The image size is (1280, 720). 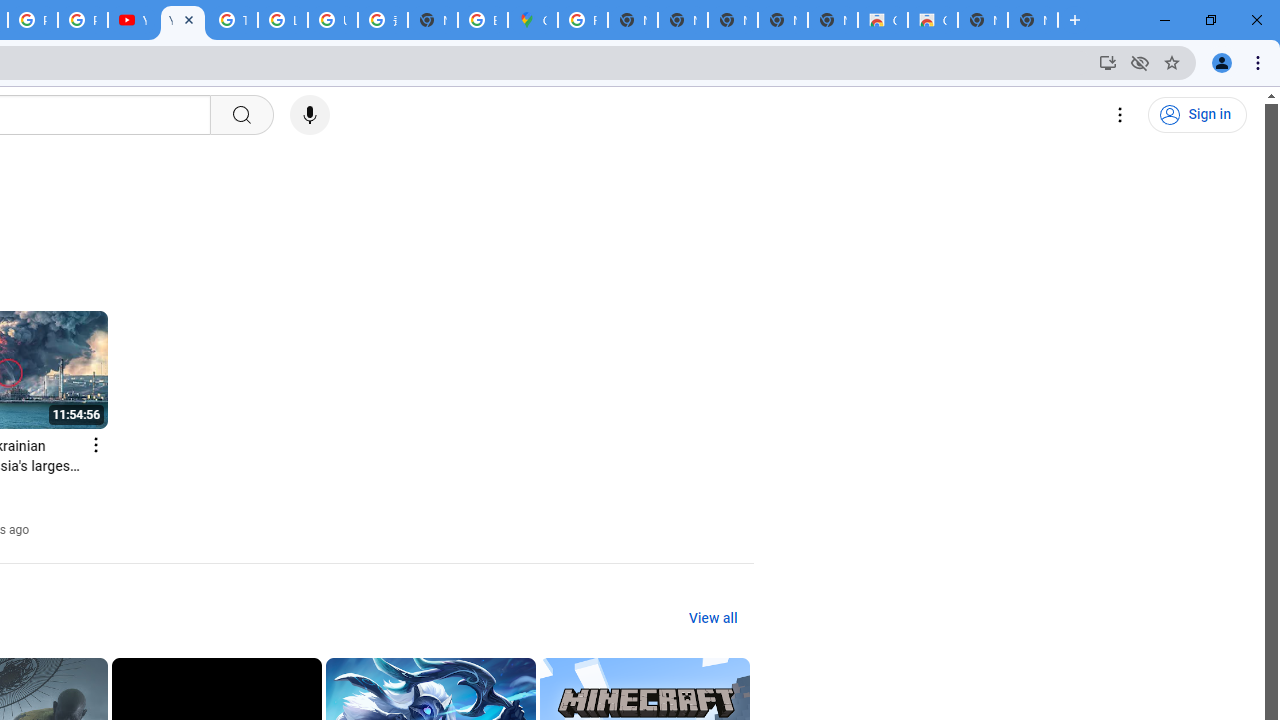 I want to click on 'YouTube', so click(x=131, y=20).